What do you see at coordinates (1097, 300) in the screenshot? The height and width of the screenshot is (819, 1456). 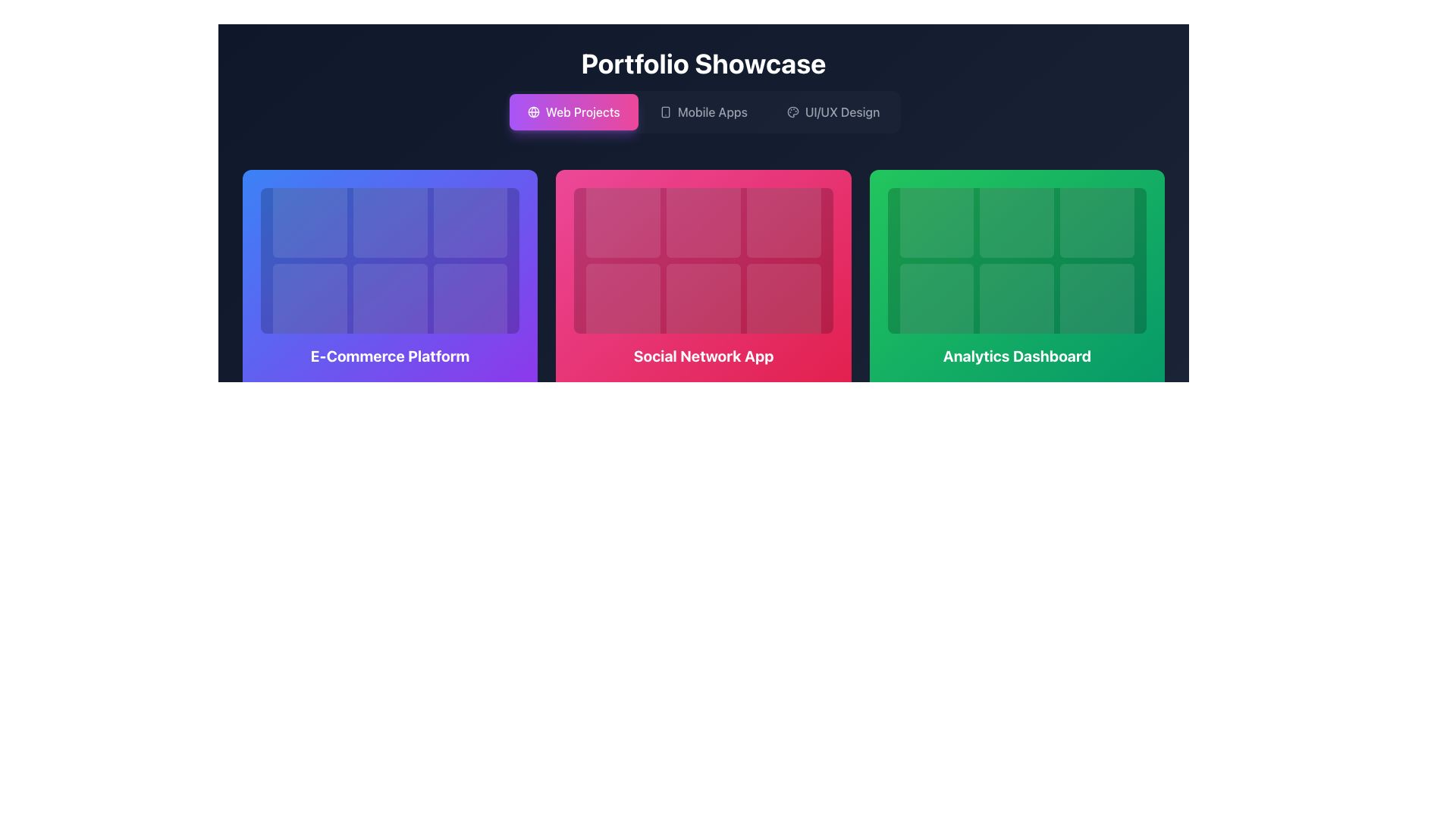 I see `the sixth square in the 3x2 grid layout with a green background in the 'Analytics Dashboard' card` at bounding box center [1097, 300].